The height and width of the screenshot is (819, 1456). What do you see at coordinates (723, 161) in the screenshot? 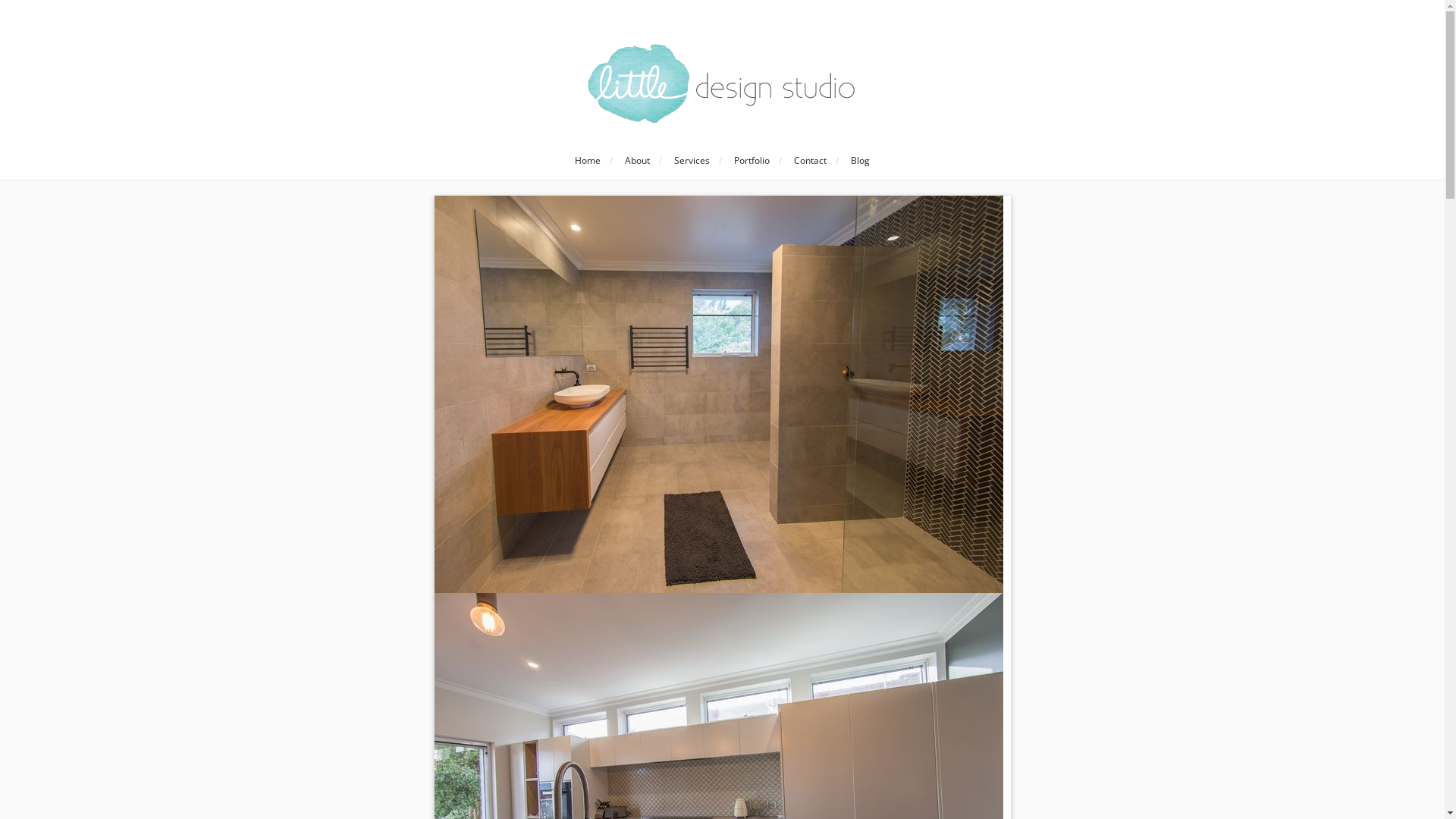
I see `'Portfolio'` at bounding box center [723, 161].